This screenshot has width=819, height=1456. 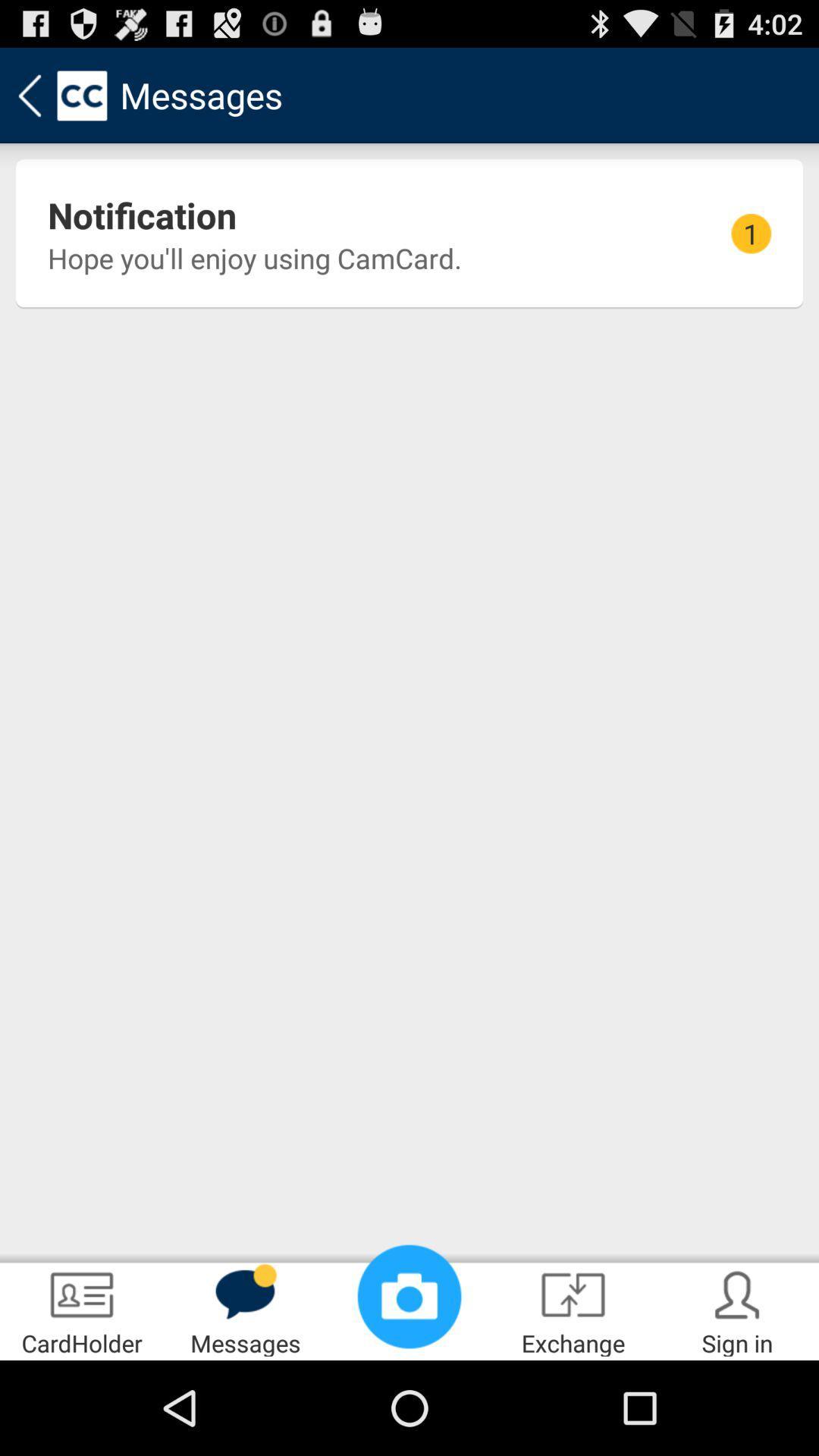 What do you see at coordinates (82, 1309) in the screenshot?
I see `cardholder` at bounding box center [82, 1309].